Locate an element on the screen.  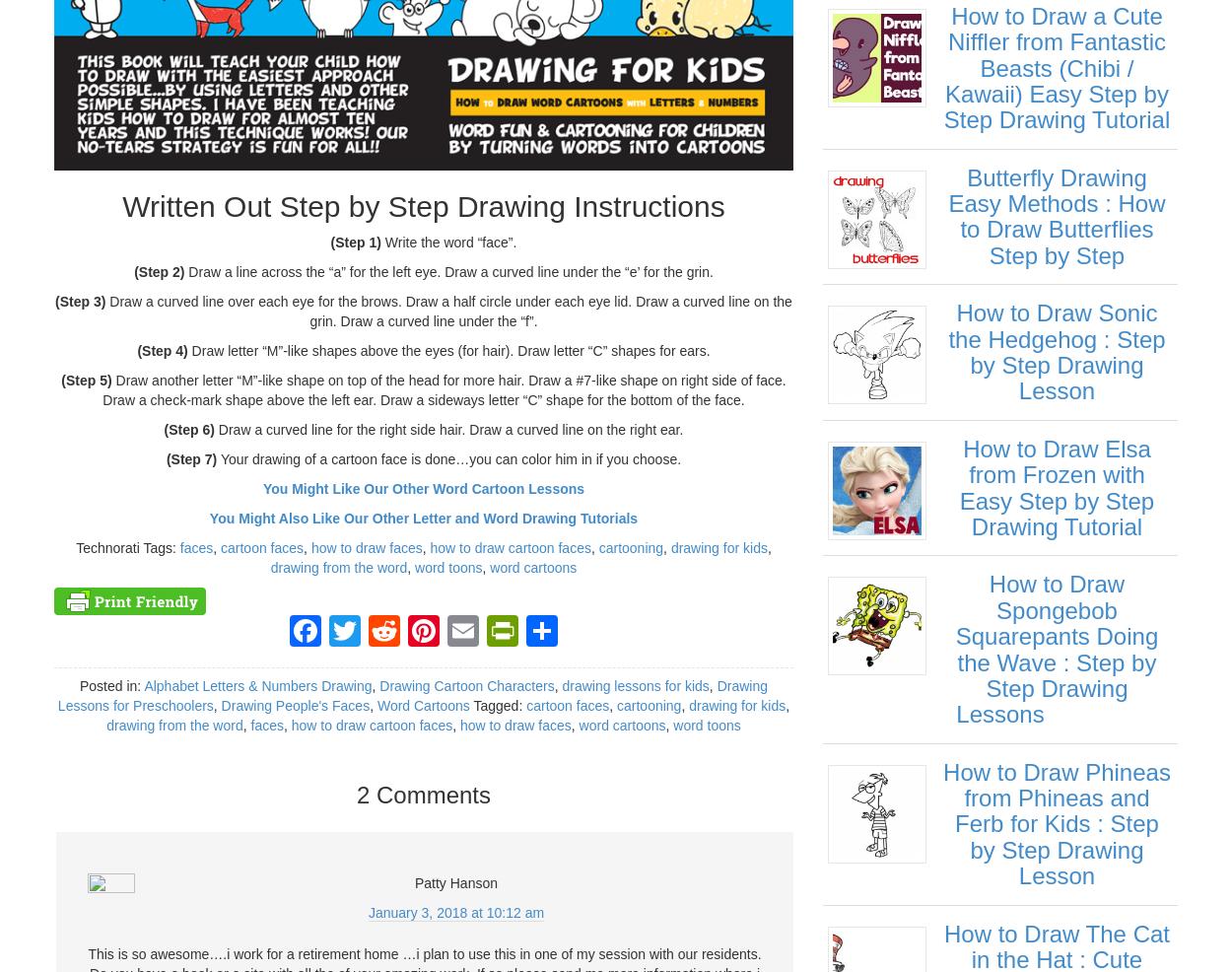
'Drawing Cartoon Characters' is located at coordinates (379, 684).